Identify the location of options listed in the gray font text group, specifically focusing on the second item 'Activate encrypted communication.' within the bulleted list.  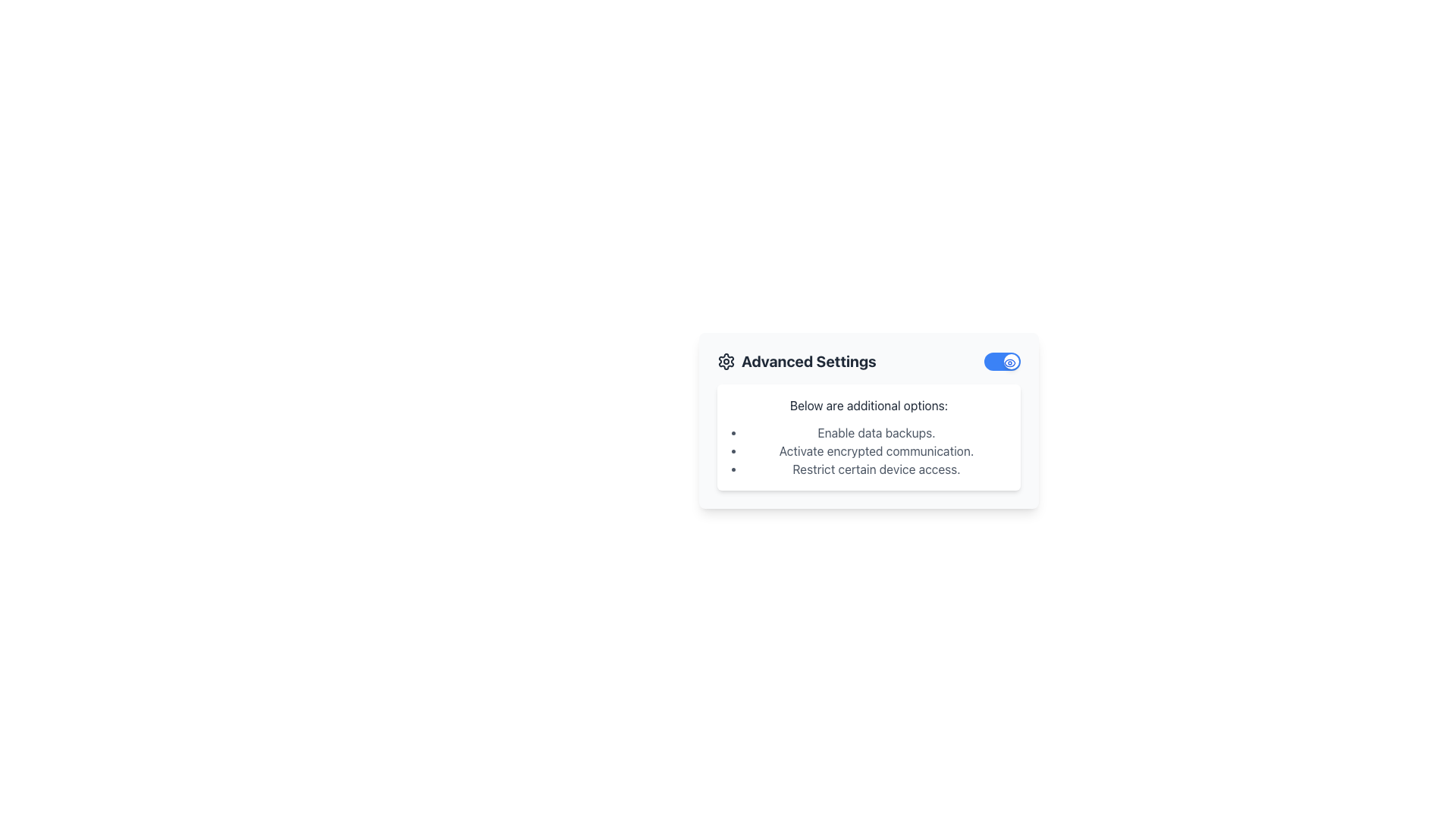
(877, 450).